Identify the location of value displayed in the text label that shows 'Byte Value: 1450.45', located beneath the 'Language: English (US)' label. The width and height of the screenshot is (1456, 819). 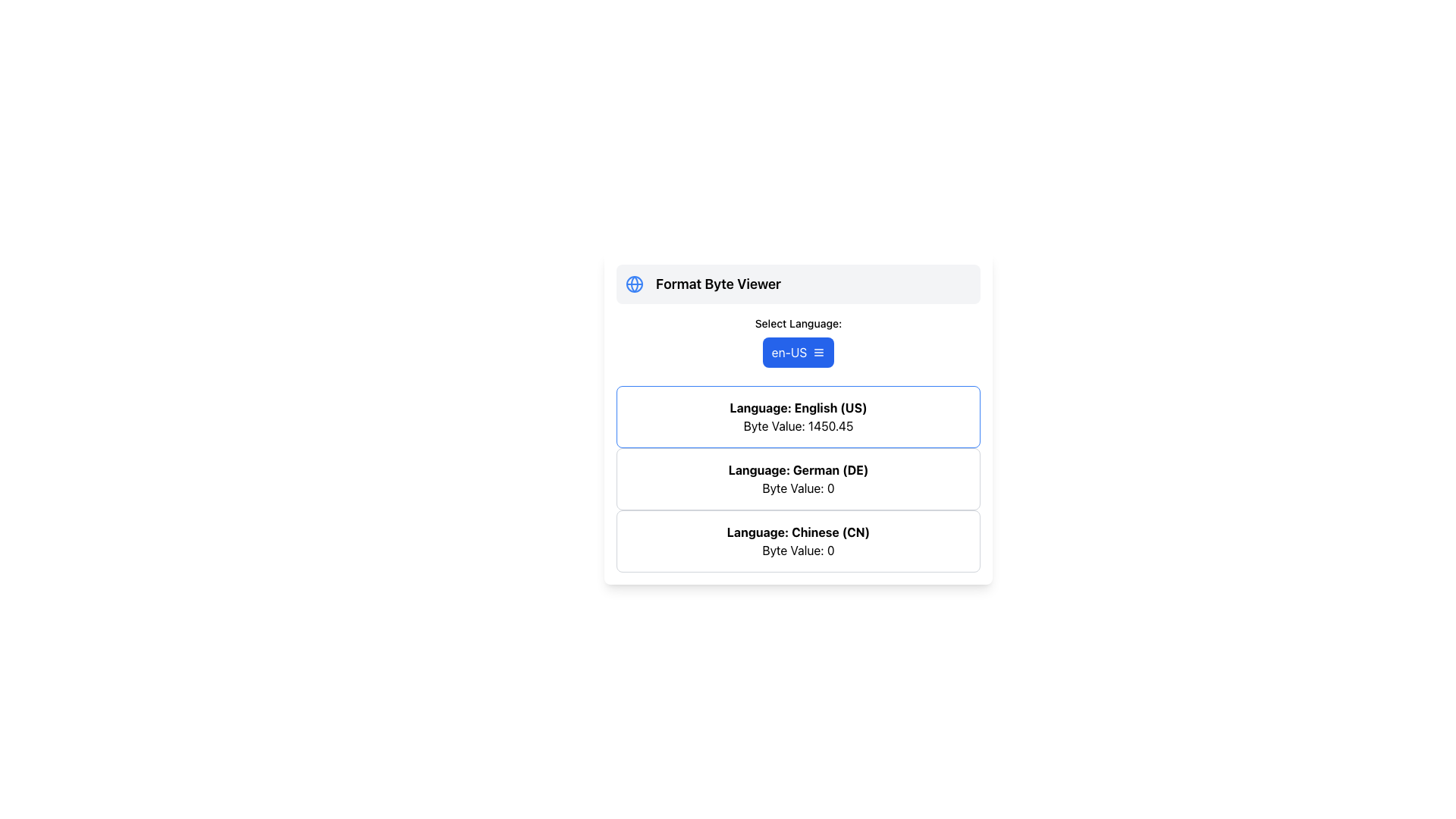
(797, 426).